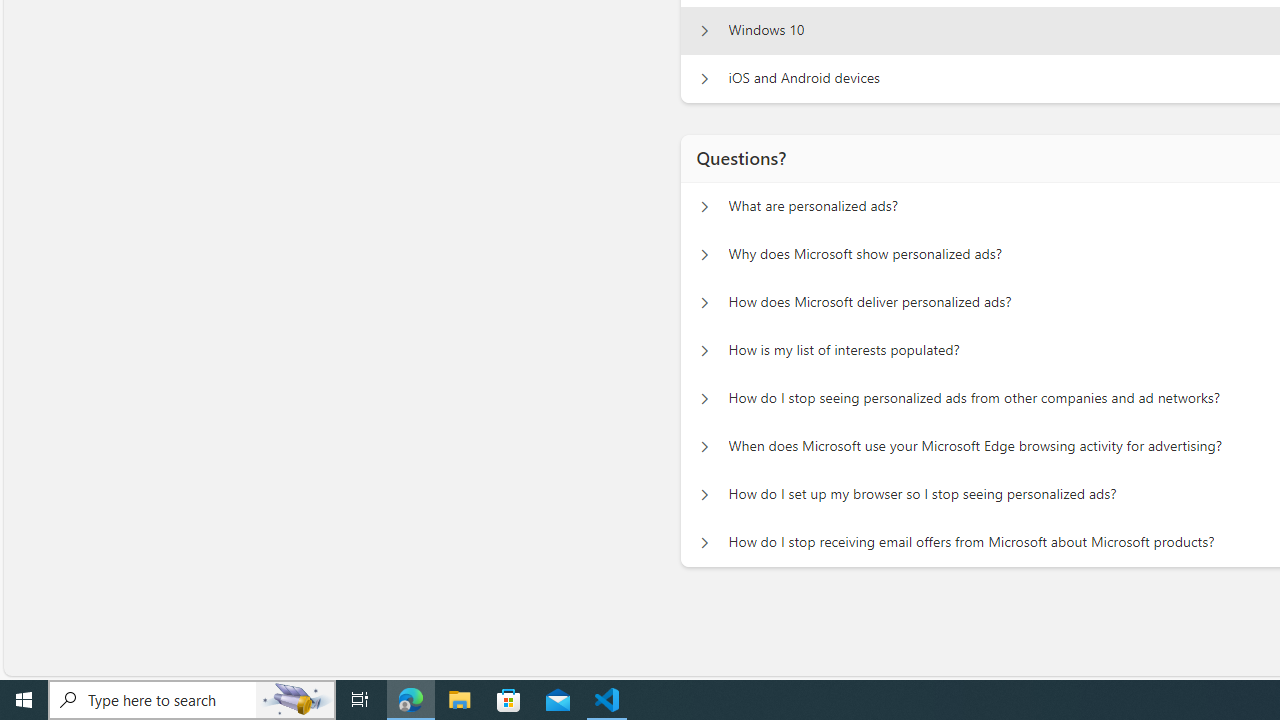  I want to click on 'Manage personalized ads on your device Windows 10', so click(704, 30).